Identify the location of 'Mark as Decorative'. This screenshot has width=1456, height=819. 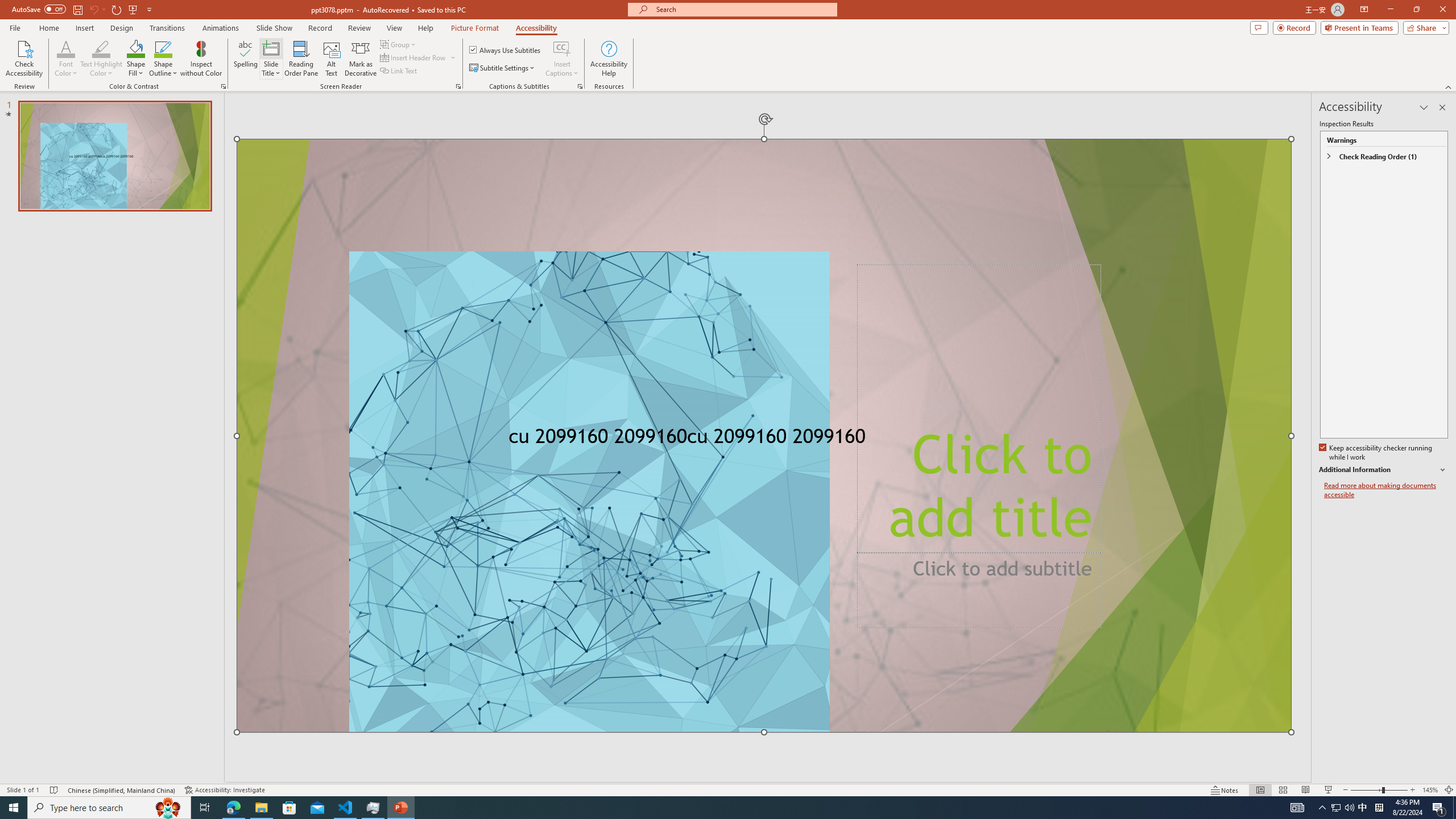
(360, 59).